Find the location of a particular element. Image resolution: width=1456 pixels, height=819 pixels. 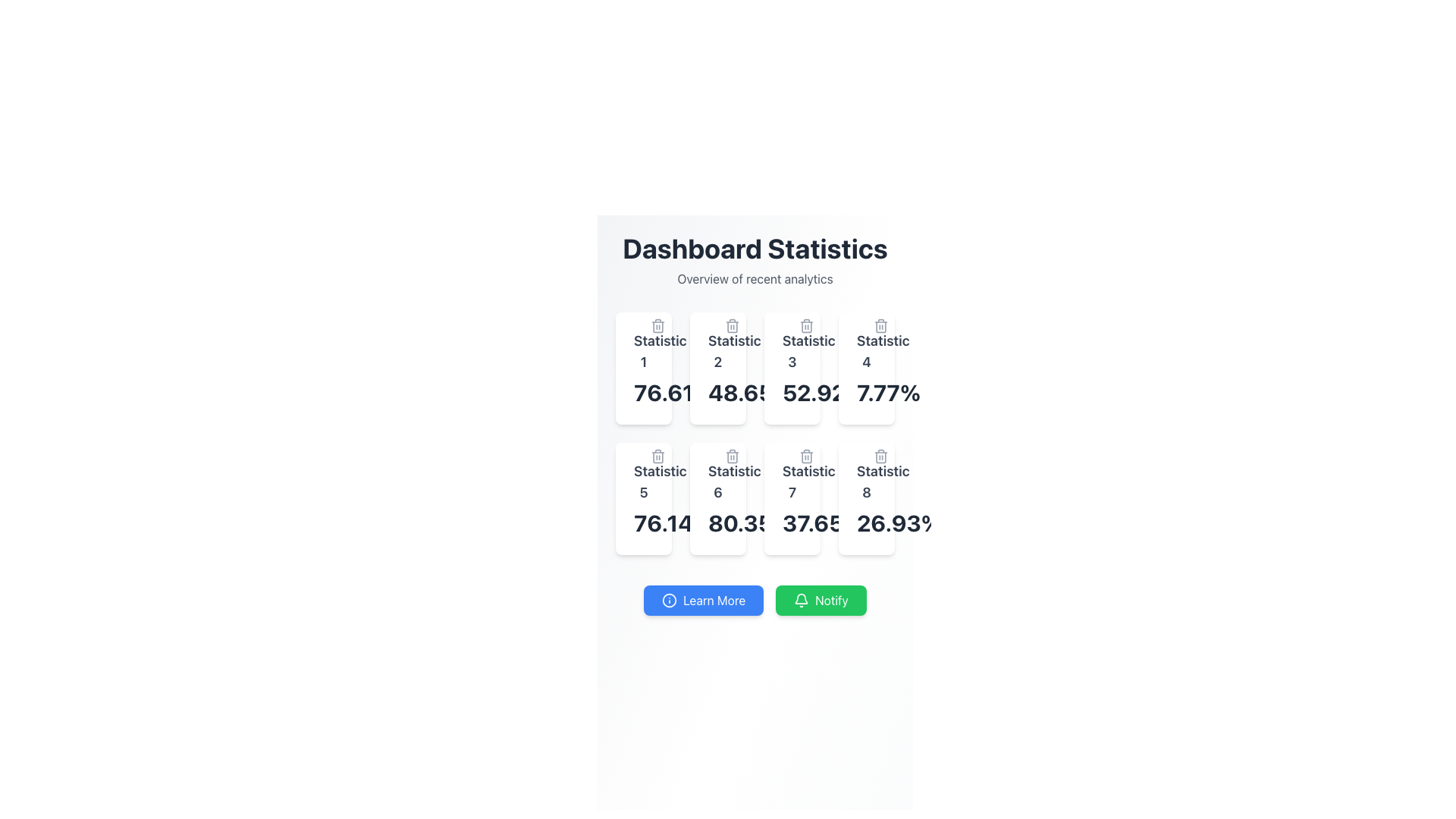

the text label displaying 'Statistic 1' is located at coordinates (644, 351).